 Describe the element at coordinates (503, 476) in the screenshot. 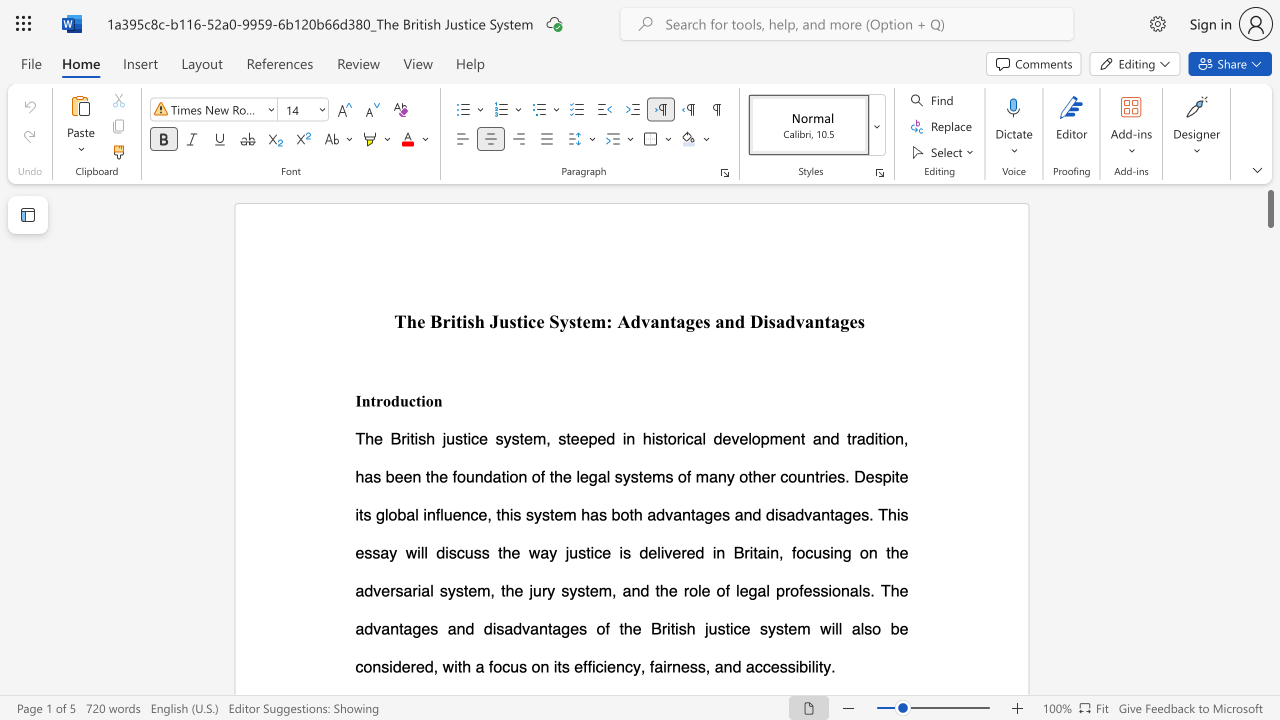

I see `the 10th character "t" in the text` at that location.